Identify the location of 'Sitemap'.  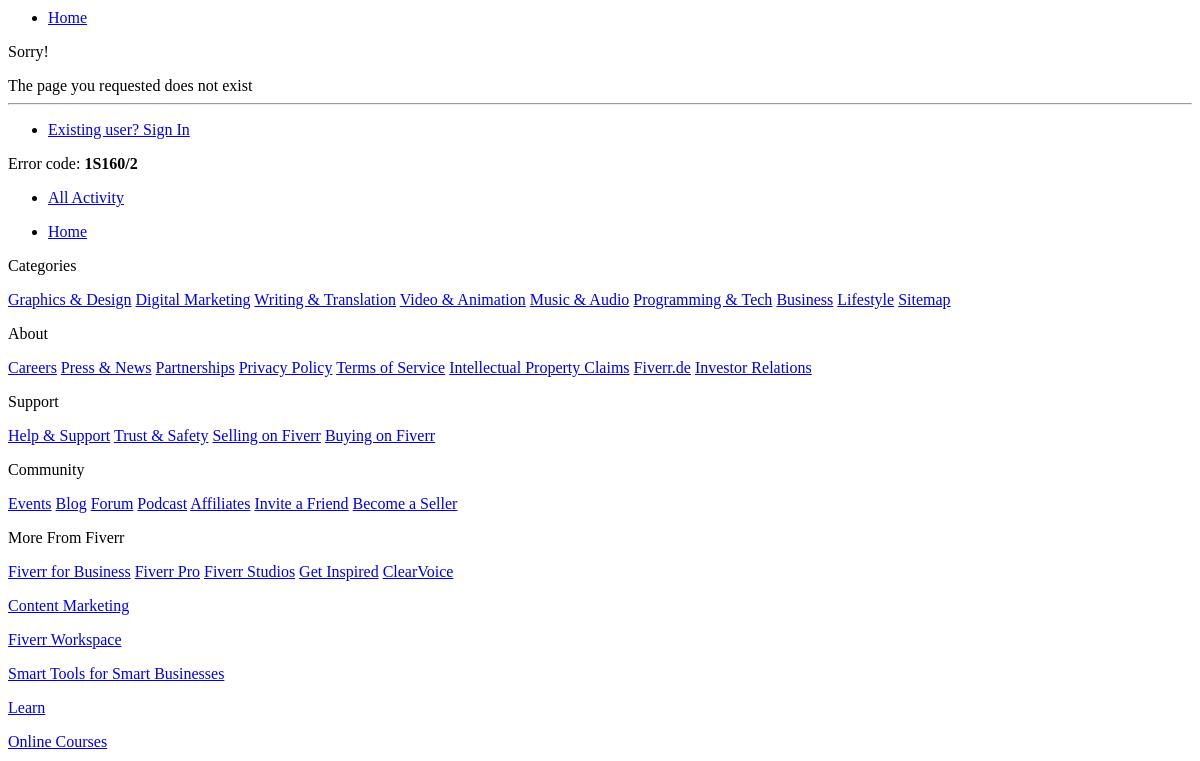
(924, 299).